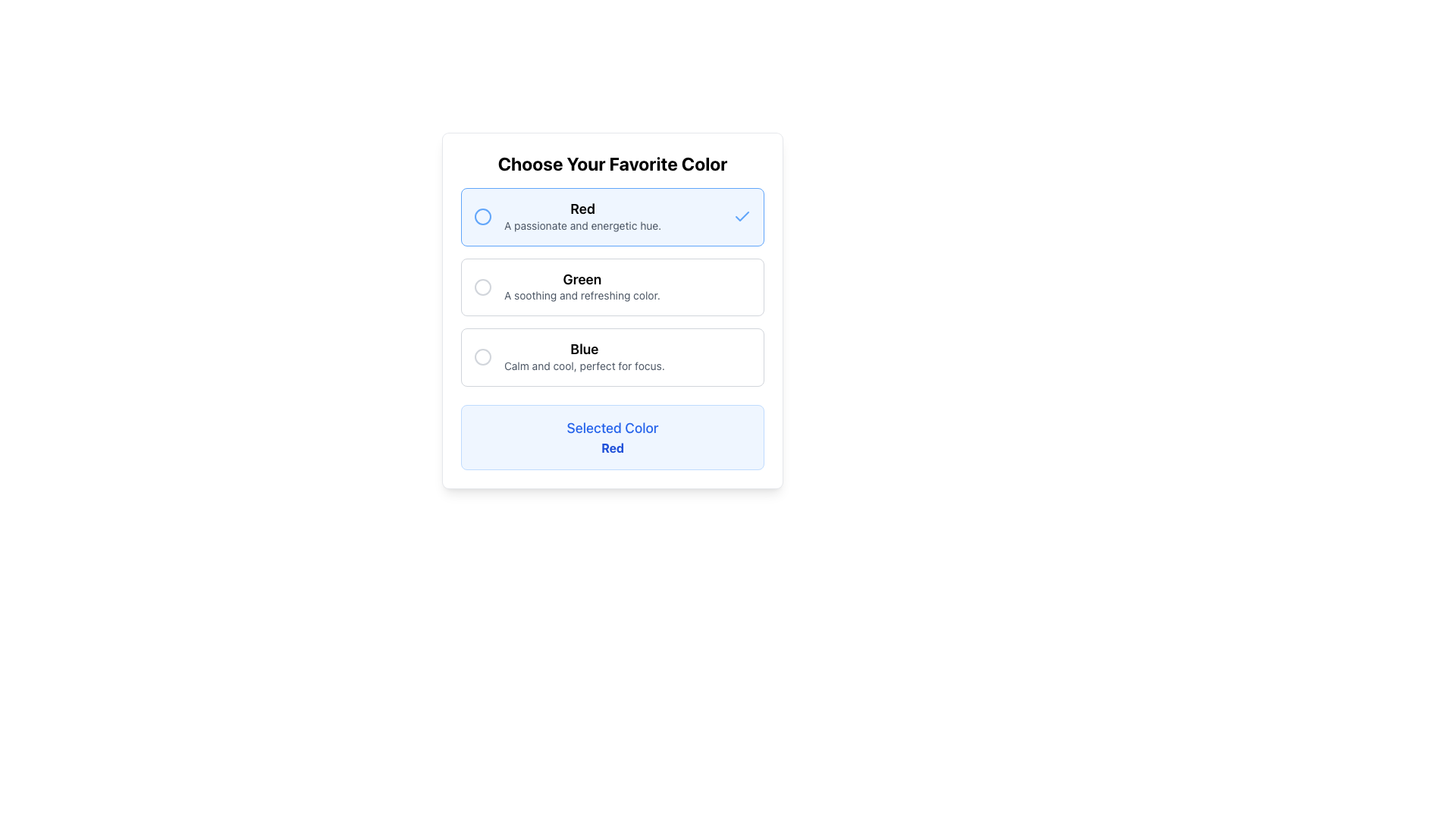 Image resolution: width=1456 pixels, height=819 pixels. Describe the element at coordinates (482, 356) in the screenshot. I see `the circular radio button icon located to the left of the 'Blue' option in the list, which is described as 'Calm and cool, perfect for focus.'` at that location.